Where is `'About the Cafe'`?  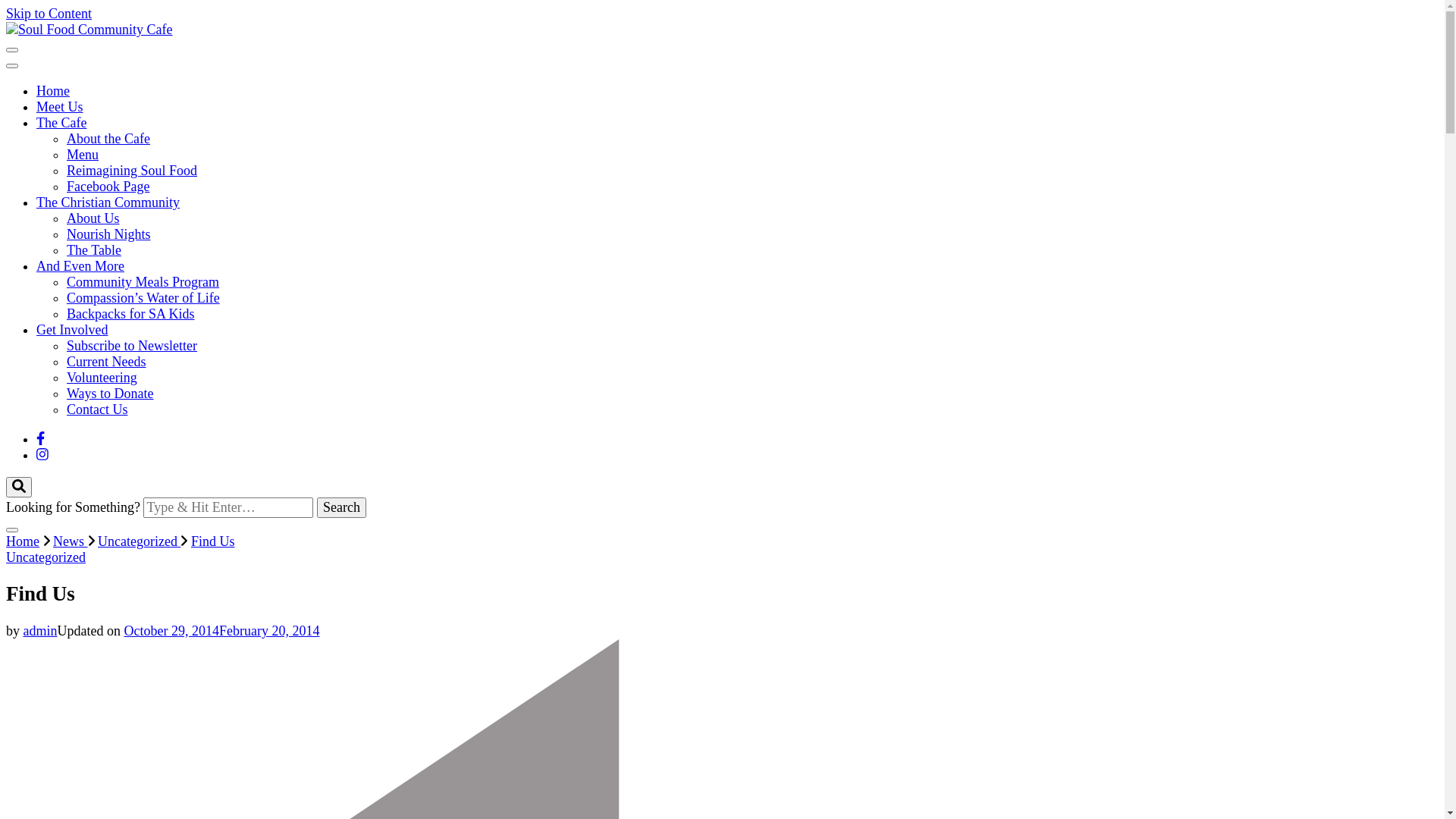 'About the Cafe' is located at coordinates (108, 138).